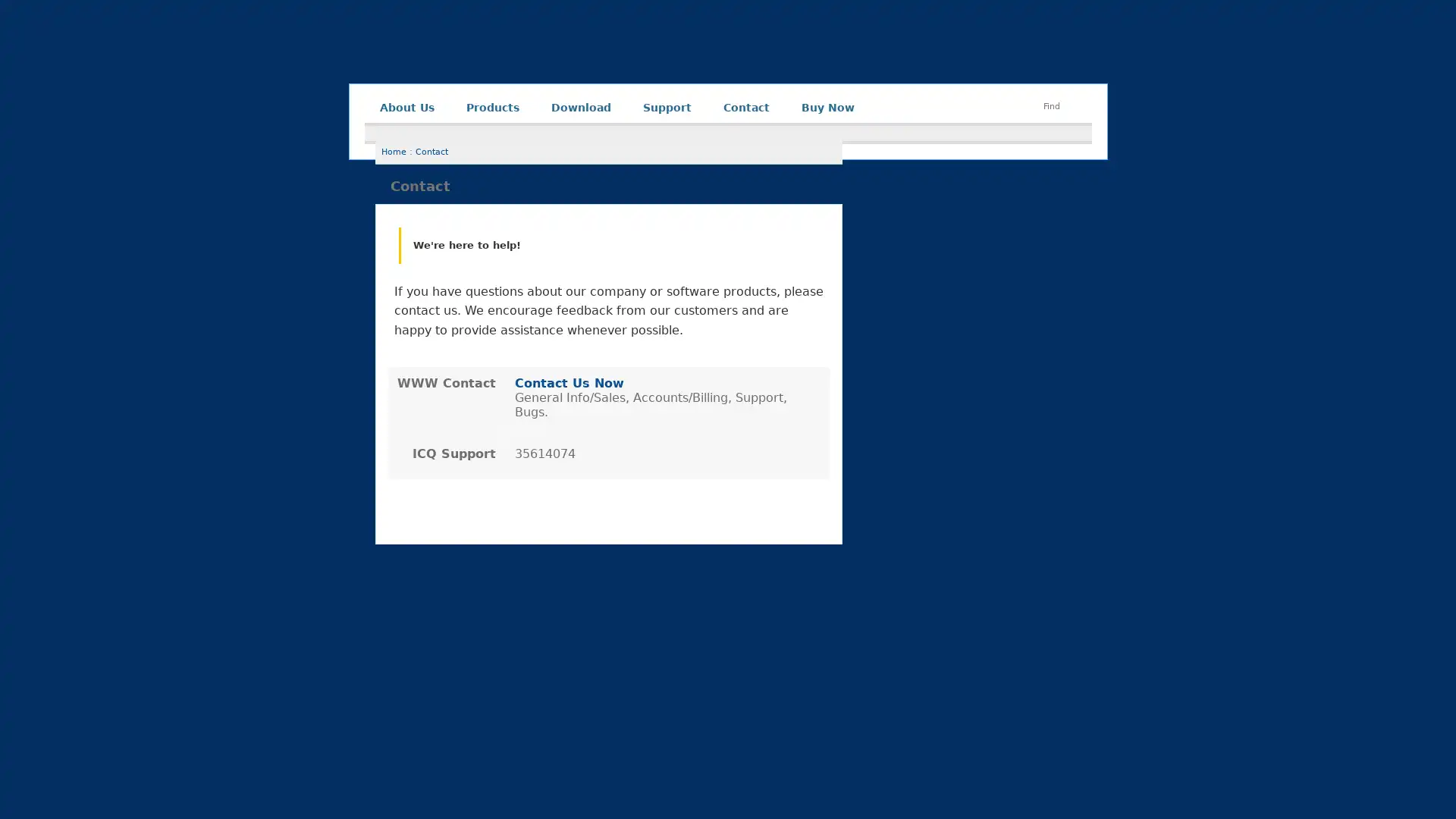 The width and height of the screenshot is (1456, 819). What do you see at coordinates (1050, 105) in the screenshot?
I see `Find` at bounding box center [1050, 105].